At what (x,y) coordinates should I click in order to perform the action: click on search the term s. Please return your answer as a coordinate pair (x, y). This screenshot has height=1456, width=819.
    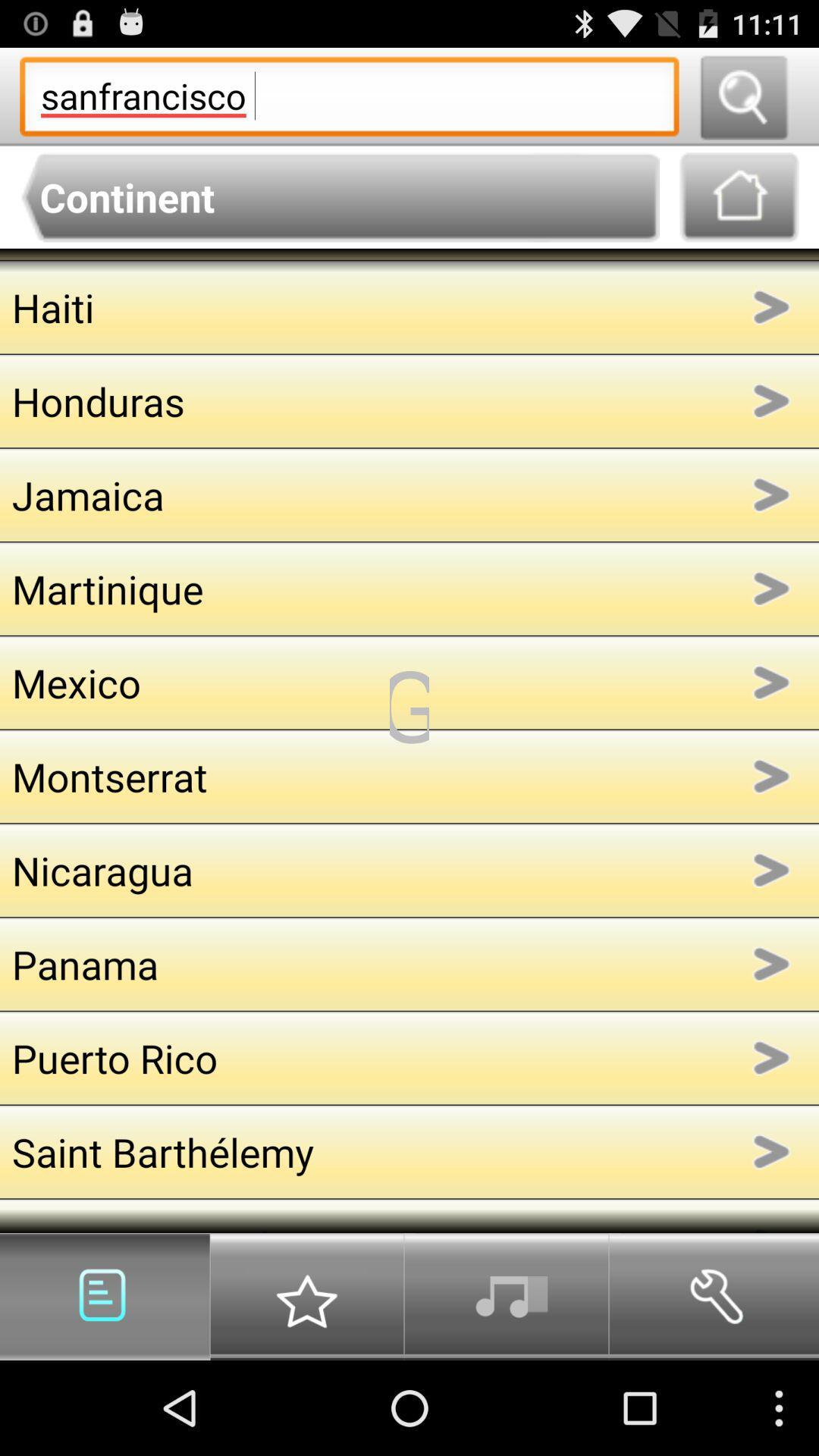
    Looking at the image, I should click on (742, 96).